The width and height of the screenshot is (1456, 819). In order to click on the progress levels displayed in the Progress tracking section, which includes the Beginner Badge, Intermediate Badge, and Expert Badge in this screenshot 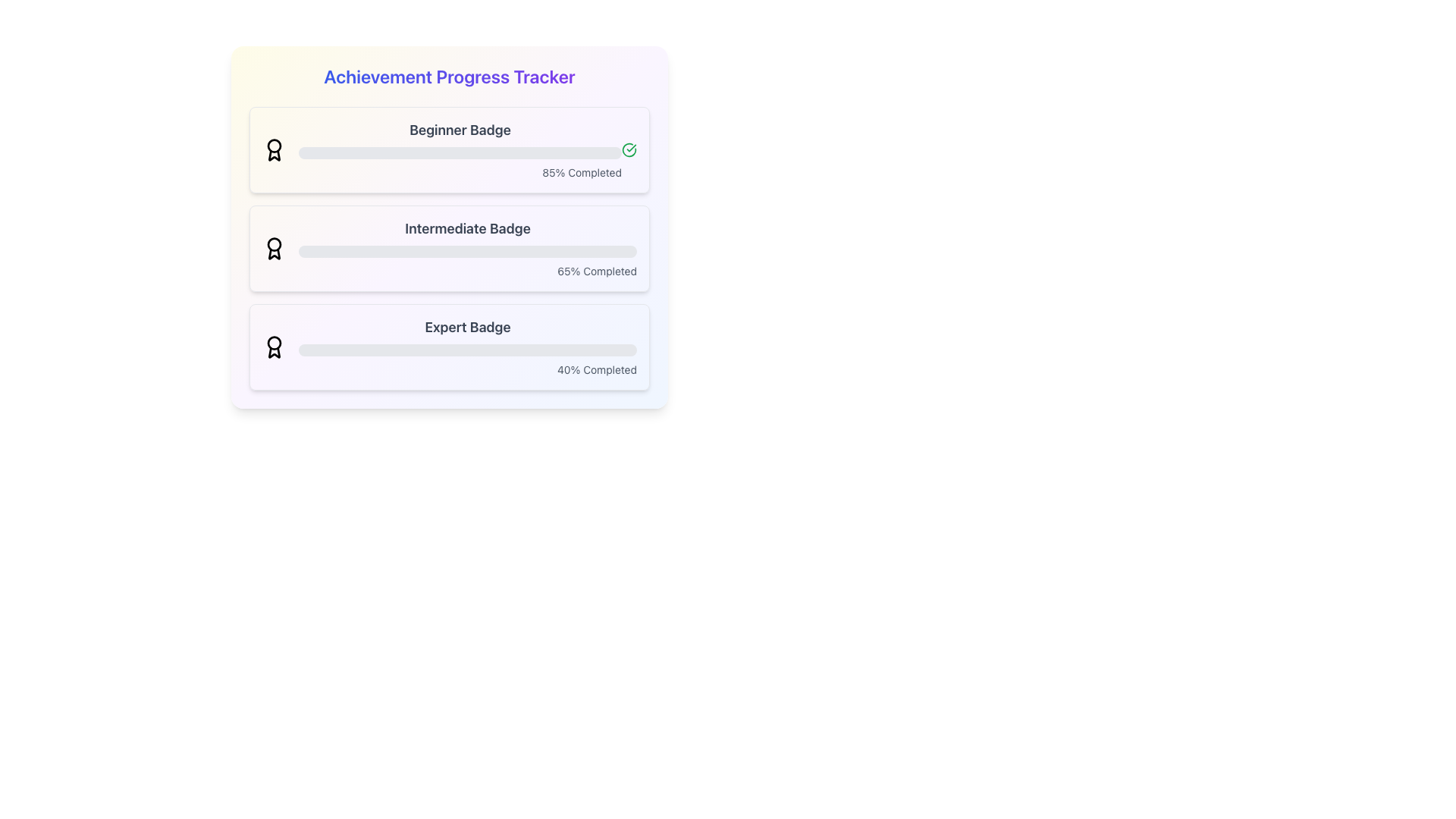, I will do `click(449, 247)`.